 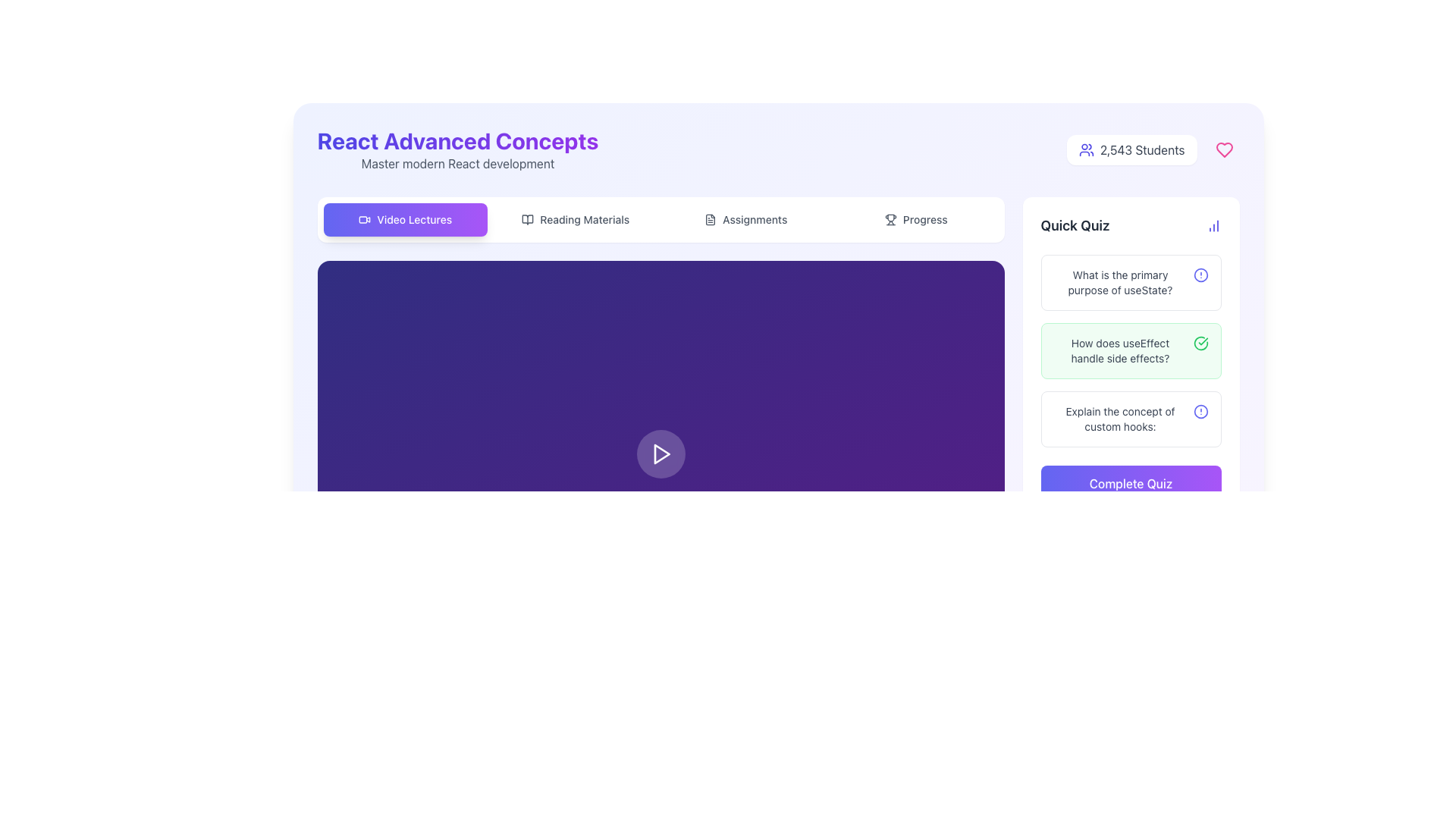 I want to click on the 'Reading Materials' button, which is complemented by the Icon positioned directly to its left within the horizontal navigation bar, so click(x=528, y=219).